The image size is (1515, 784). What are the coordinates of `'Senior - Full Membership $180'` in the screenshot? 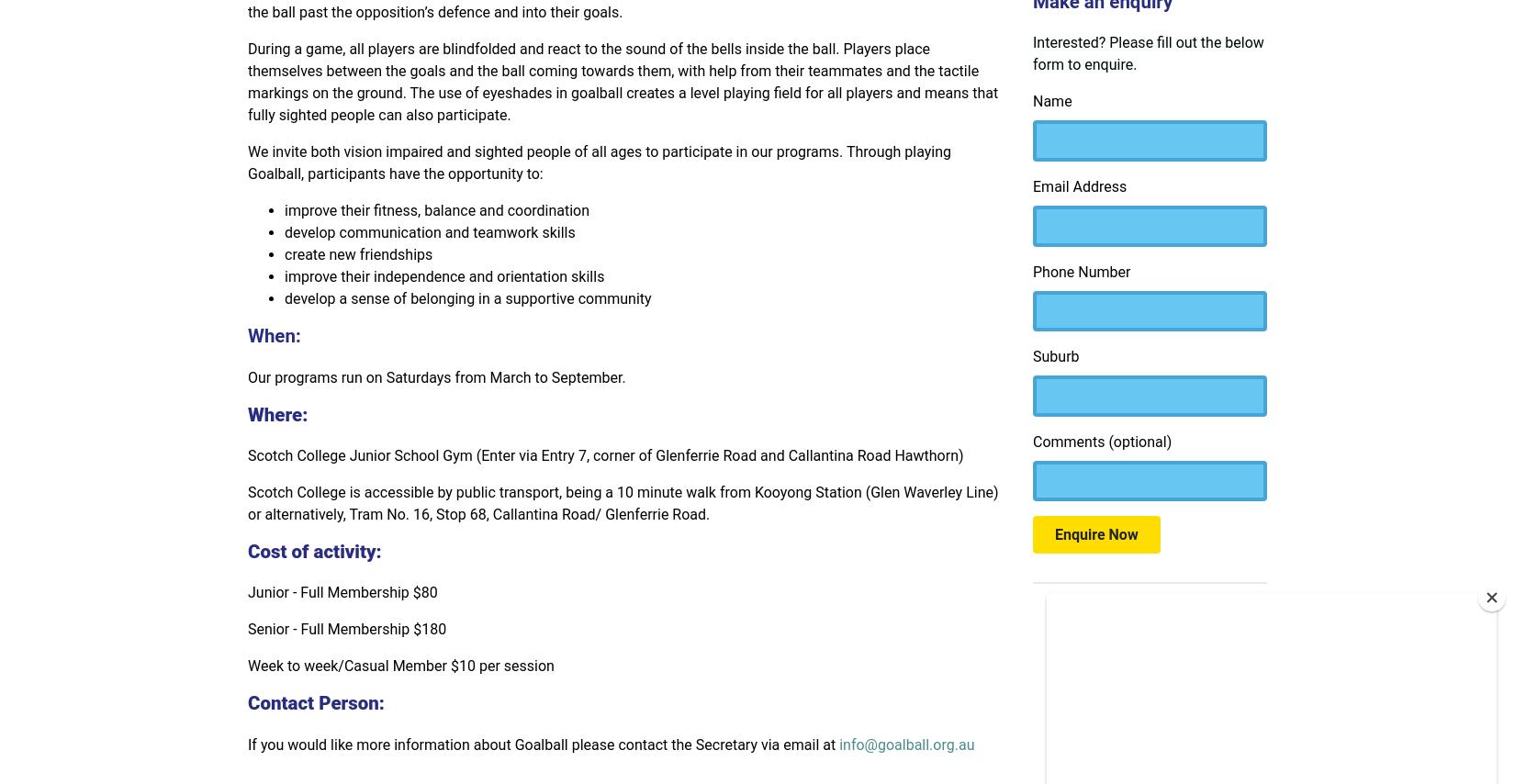 It's located at (347, 628).